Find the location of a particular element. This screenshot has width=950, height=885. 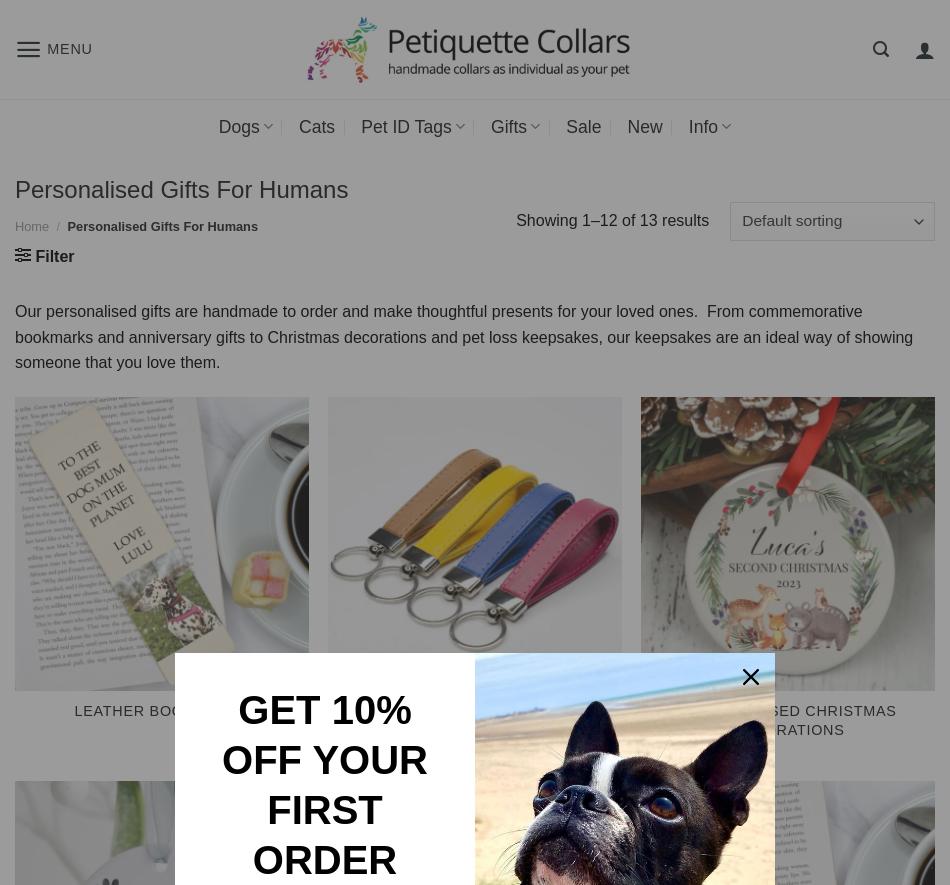

'Showing 1–12 of 13 results' is located at coordinates (612, 218).